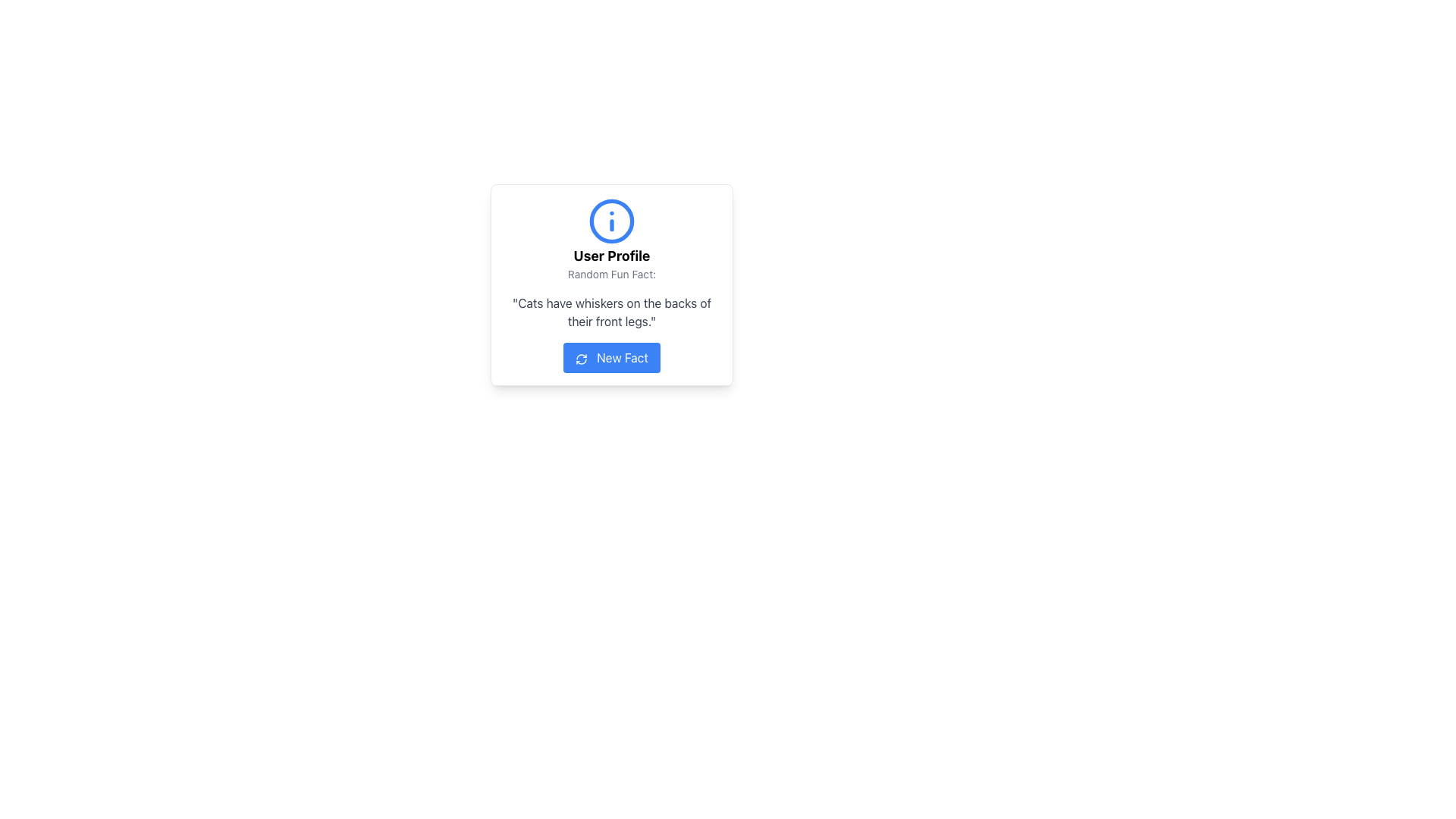  Describe the element at coordinates (611, 221) in the screenshot. I see `the information icon located at the center-top of the card above the 'User Profile' text` at that location.